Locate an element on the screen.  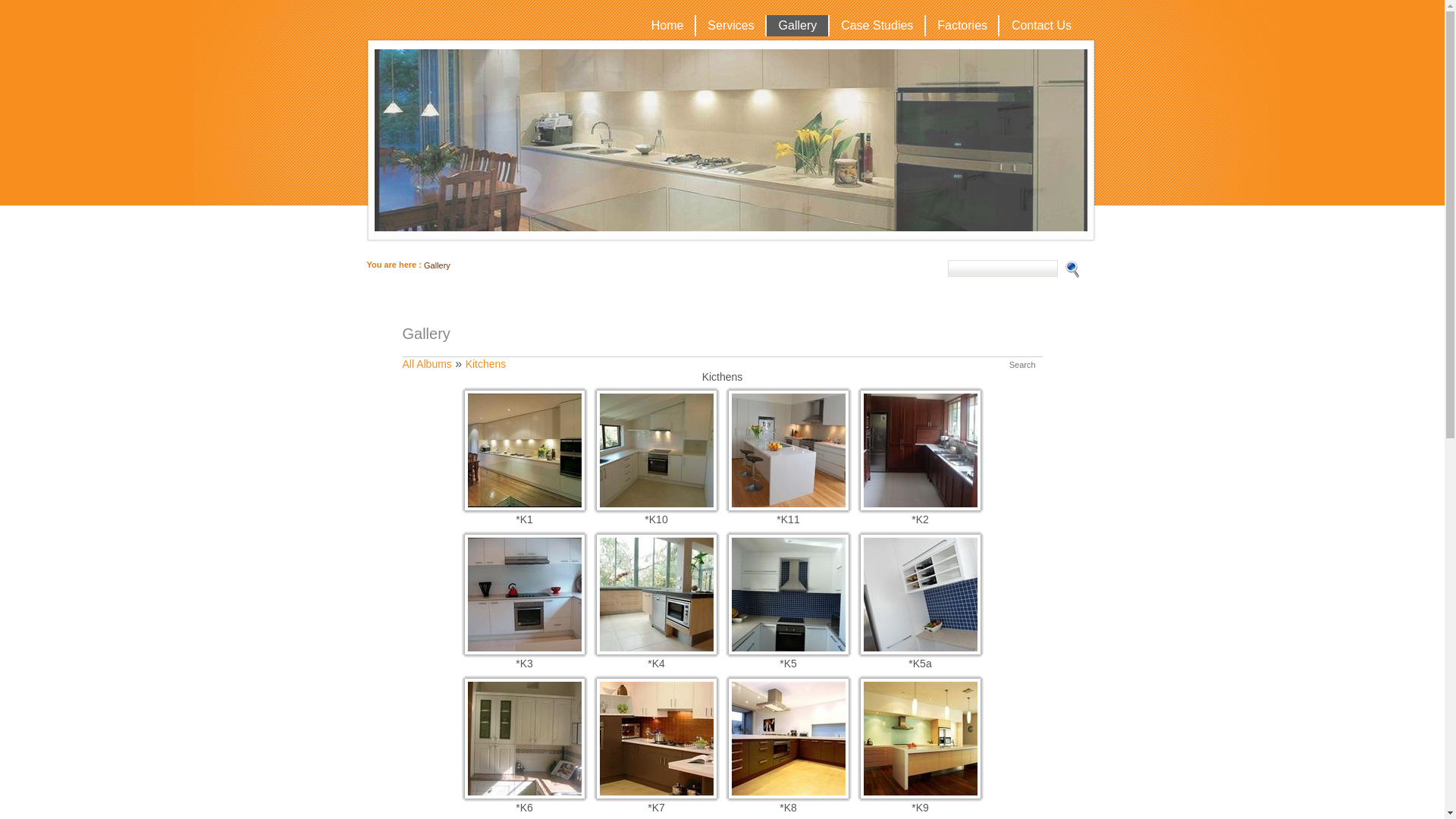
'Kitchens' is located at coordinates (486, 363).